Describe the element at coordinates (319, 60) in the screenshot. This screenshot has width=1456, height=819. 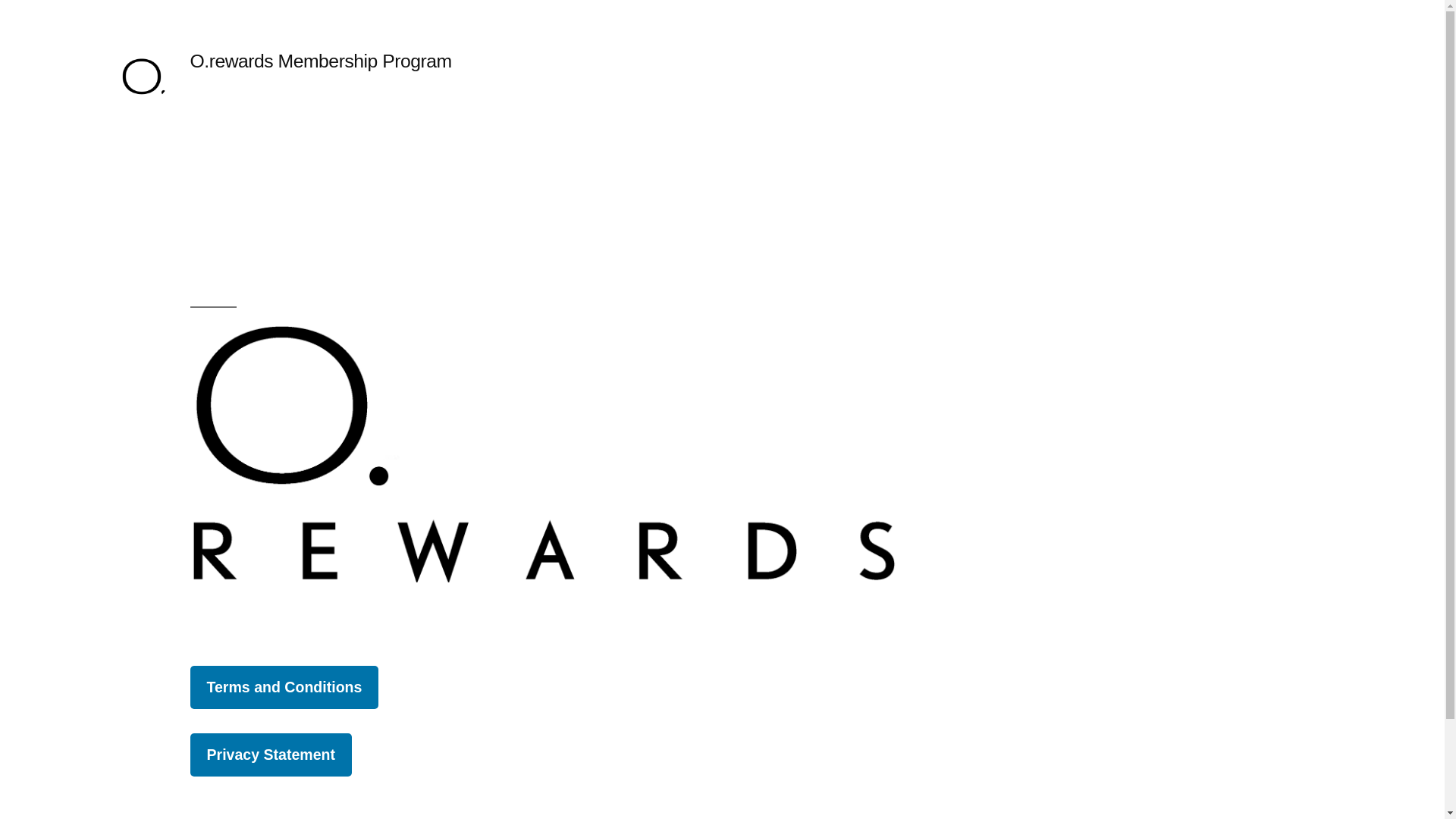
I see `'O.rewards Membership Program'` at that location.